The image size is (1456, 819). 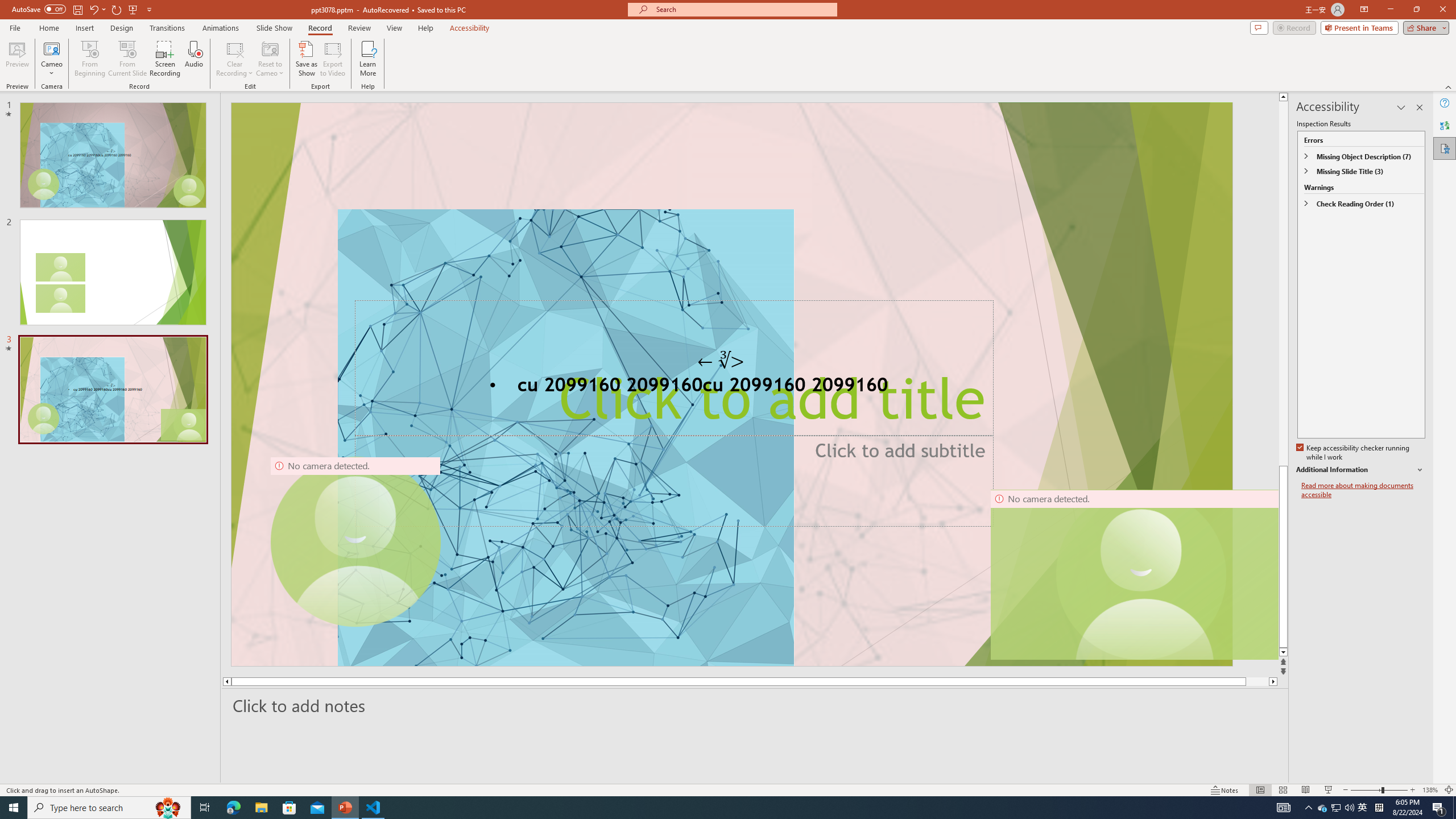 What do you see at coordinates (48, 28) in the screenshot?
I see `'Home'` at bounding box center [48, 28].